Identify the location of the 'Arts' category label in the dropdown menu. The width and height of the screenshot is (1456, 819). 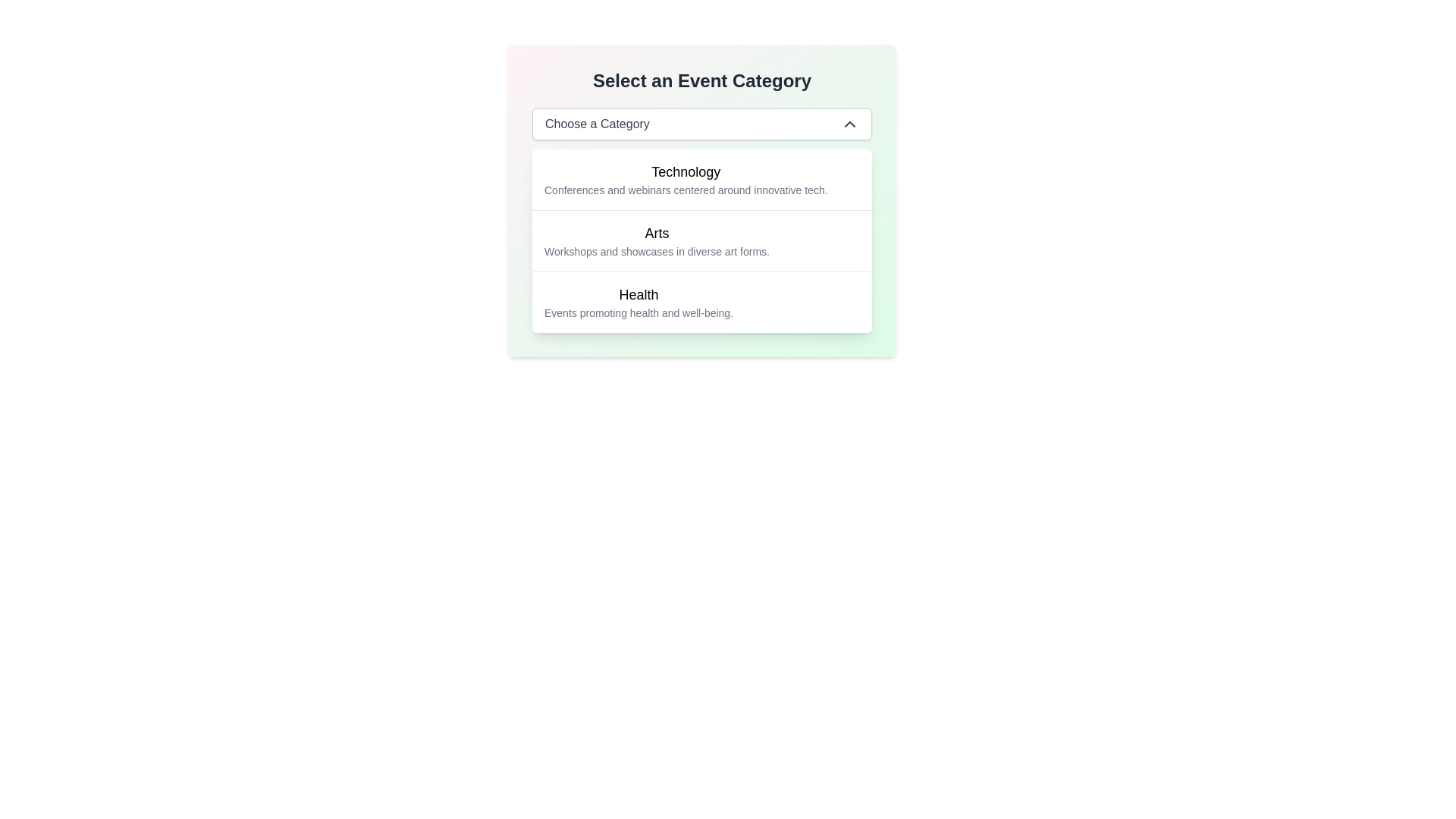
(657, 240).